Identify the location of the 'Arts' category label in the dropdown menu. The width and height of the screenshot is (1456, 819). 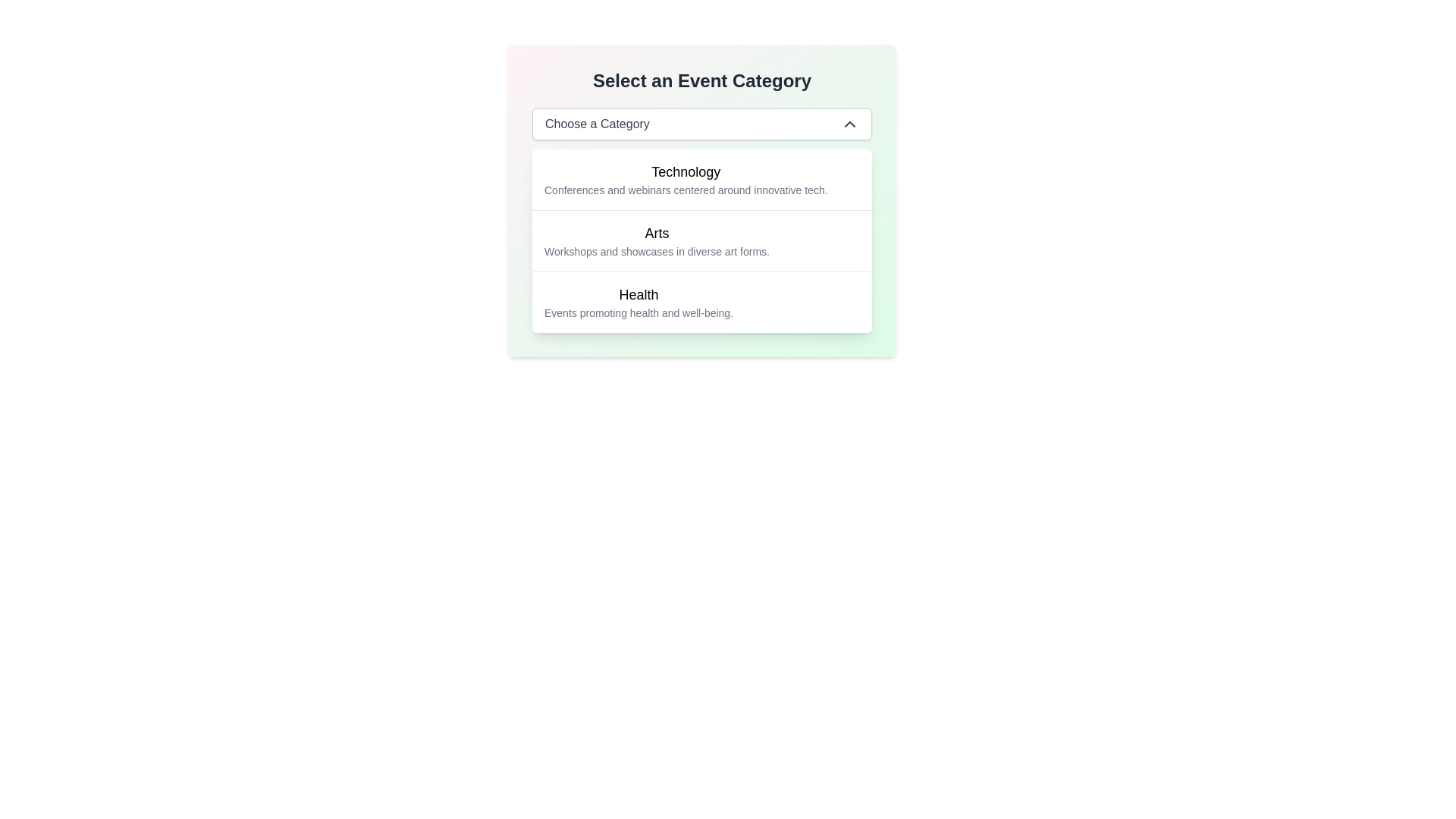
(657, 240).